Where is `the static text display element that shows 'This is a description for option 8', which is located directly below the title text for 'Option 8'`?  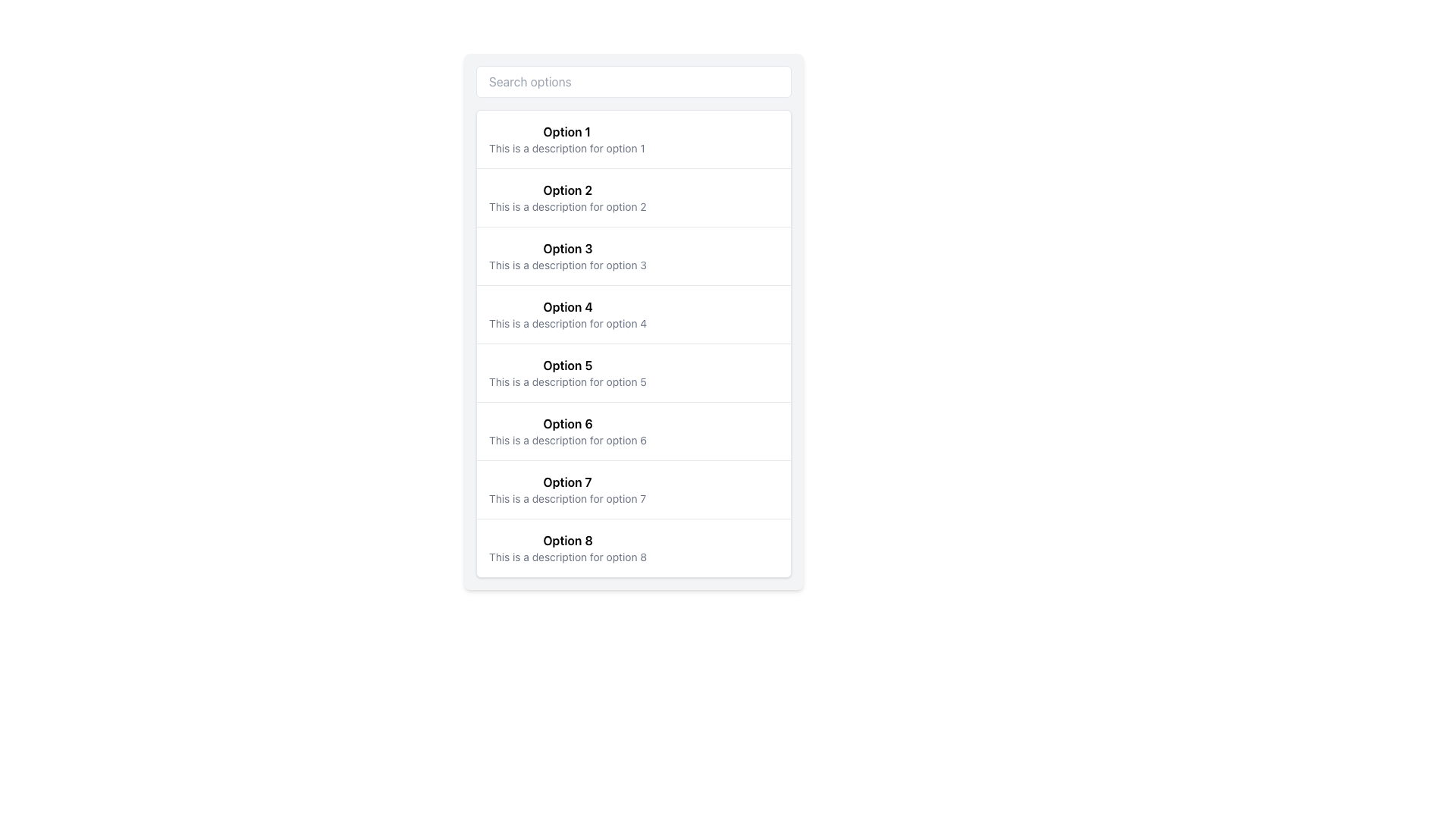
the static text display element that shows 'This is a description for option 8', which is located directly below the title text for 'Option 8' is located at coordinates (566, 557).